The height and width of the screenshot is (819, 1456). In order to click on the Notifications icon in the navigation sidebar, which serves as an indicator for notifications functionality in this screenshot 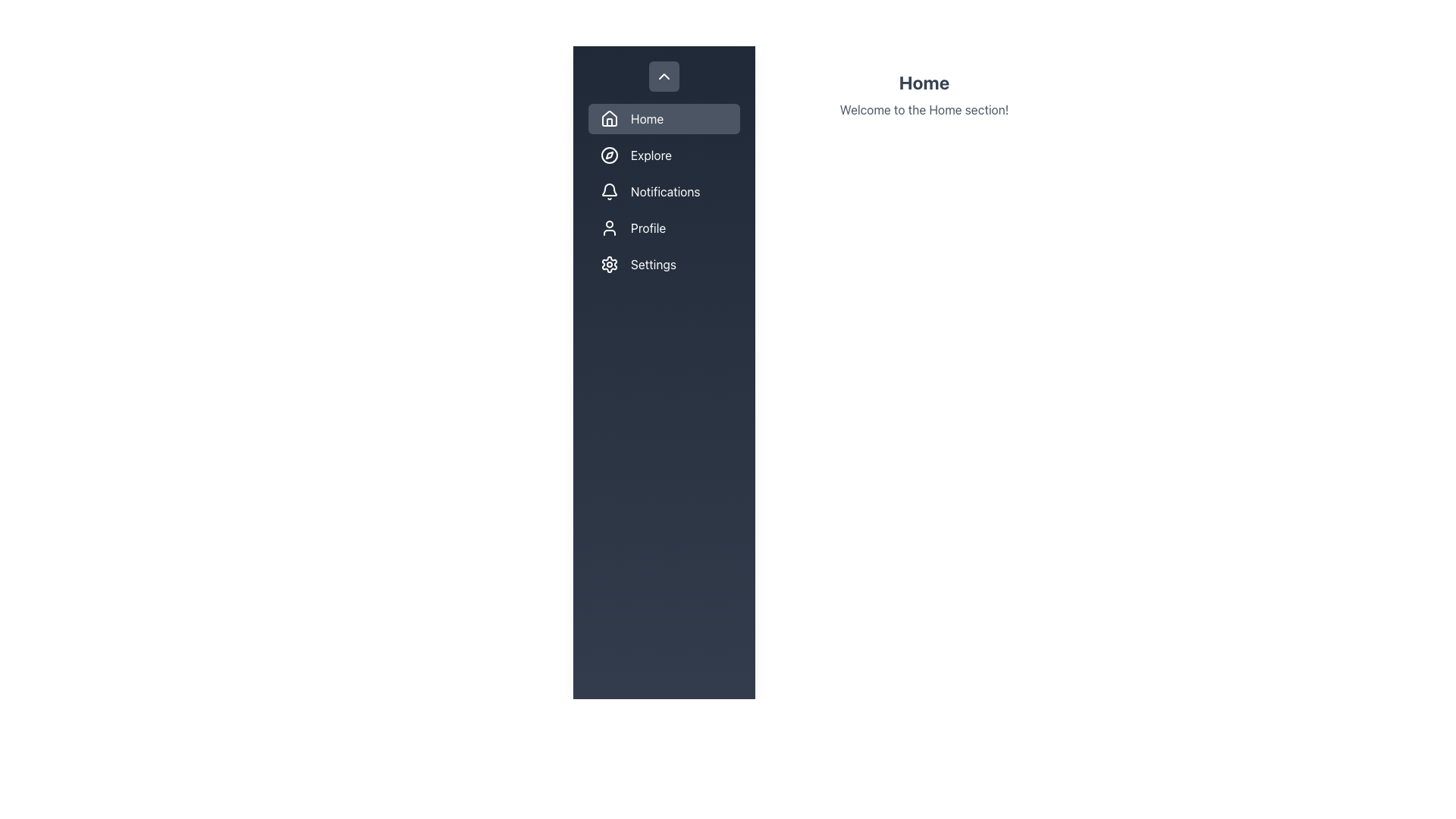, I will do `click(610, 189)`.